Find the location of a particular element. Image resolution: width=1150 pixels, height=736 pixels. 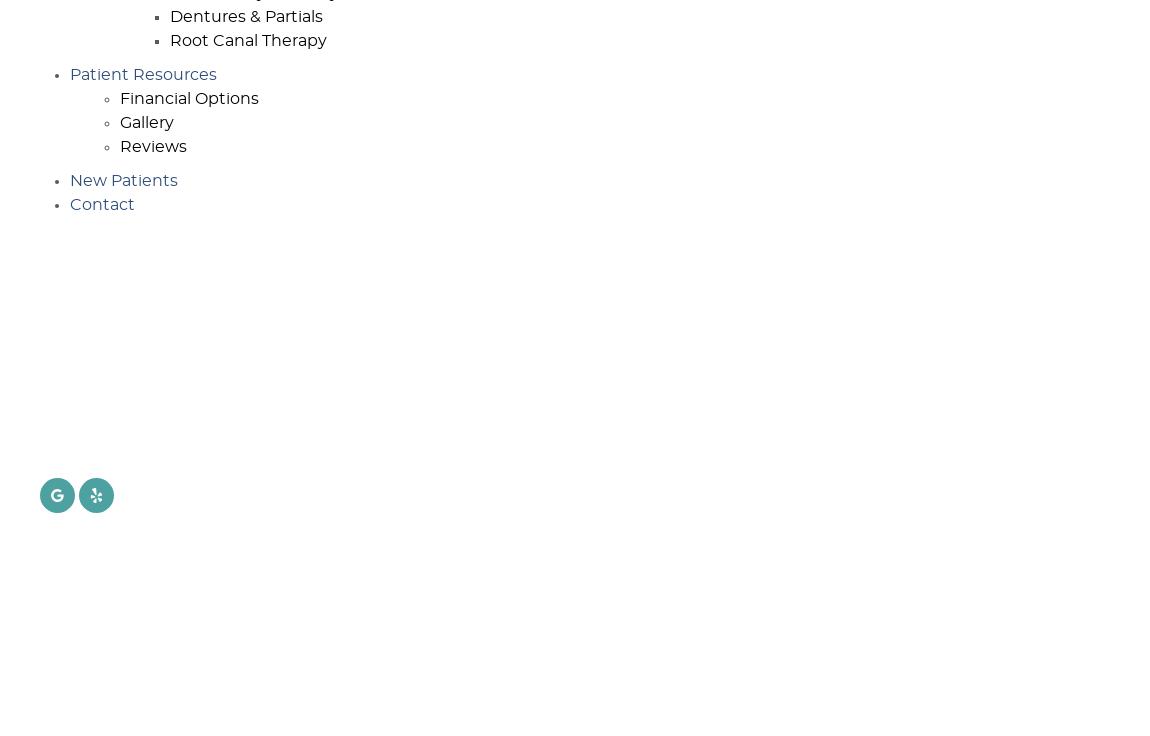

'Invisalign and the Invisalign logo, among others, are trademarks of Align Technology, Inc., and are registered in the U.S. and other countries.' is located at coordinates (203, 630).